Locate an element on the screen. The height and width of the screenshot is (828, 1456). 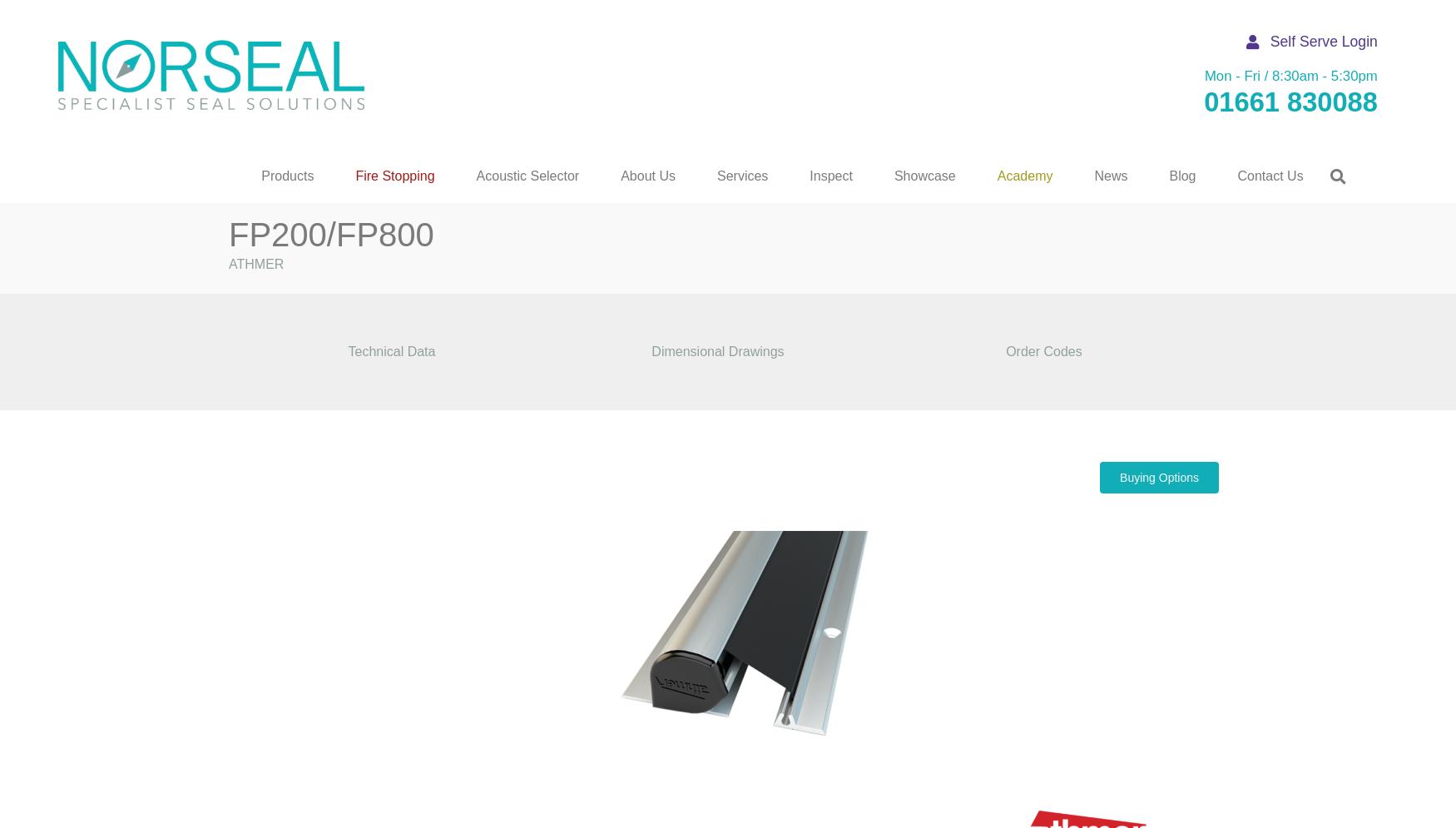
'Fire & Smoke Meeting Stiles' is located at coordinates (166, 313).